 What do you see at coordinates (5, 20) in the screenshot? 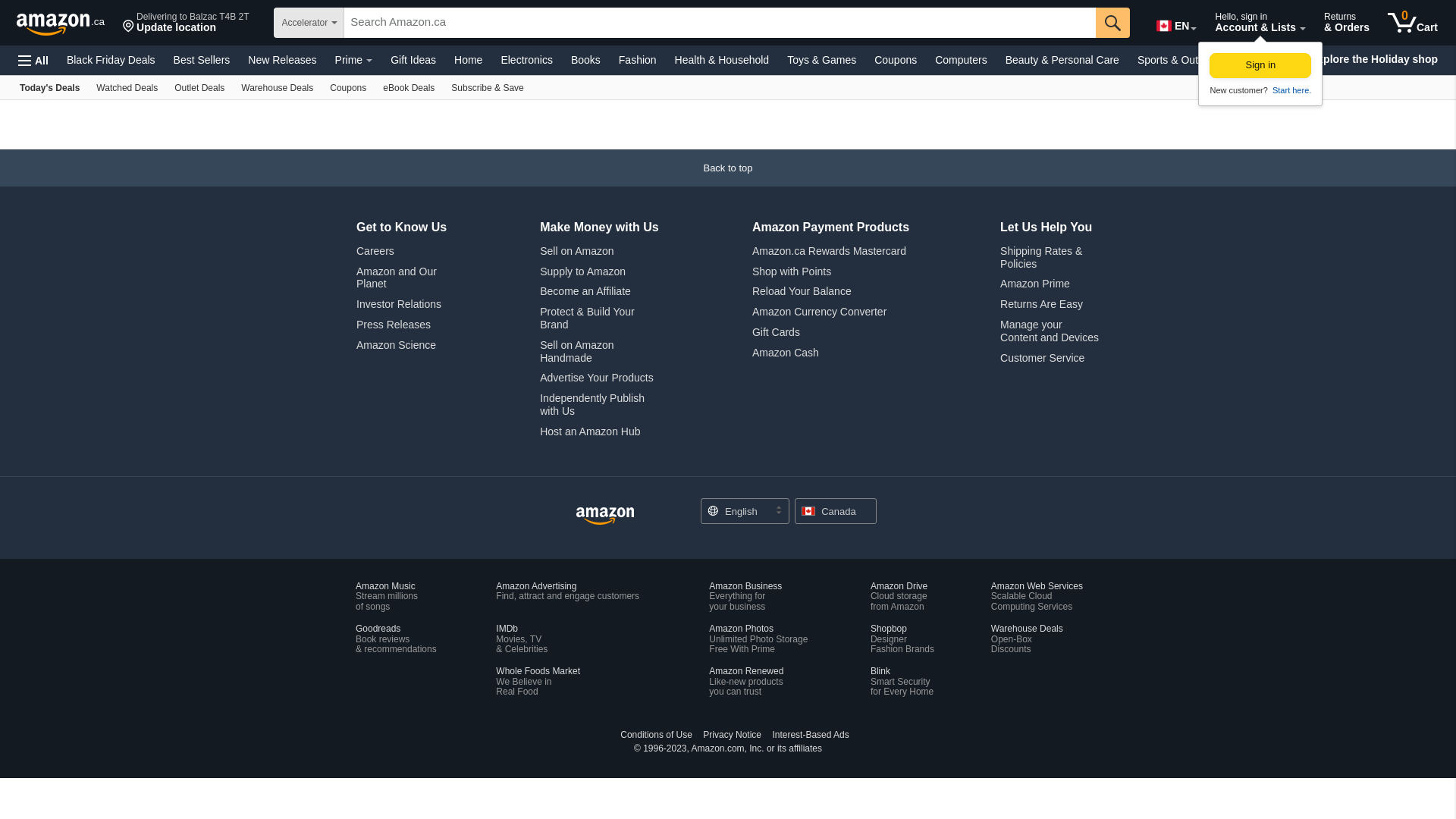
I see `'Skip to main content'` at bounding box center [5, 20].